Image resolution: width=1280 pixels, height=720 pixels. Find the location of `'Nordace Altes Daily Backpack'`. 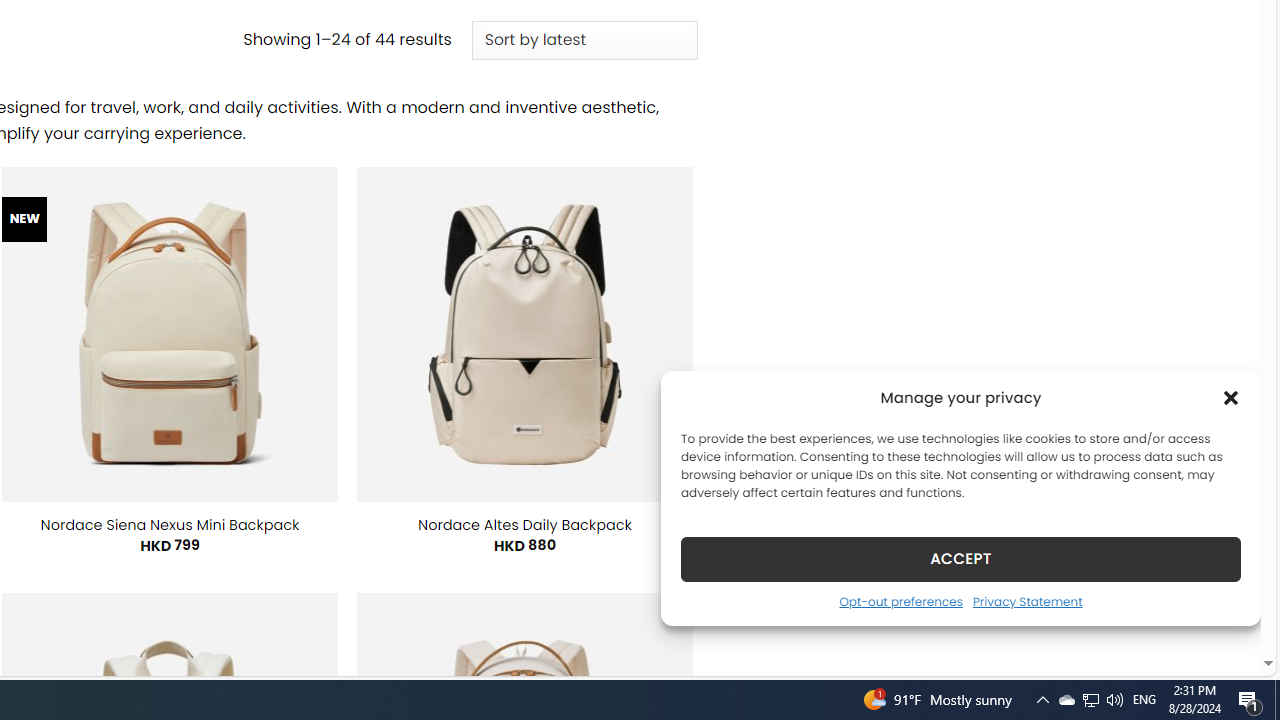

'Nordace Altes Daily Backpack' is located at coordinates (525, 523).